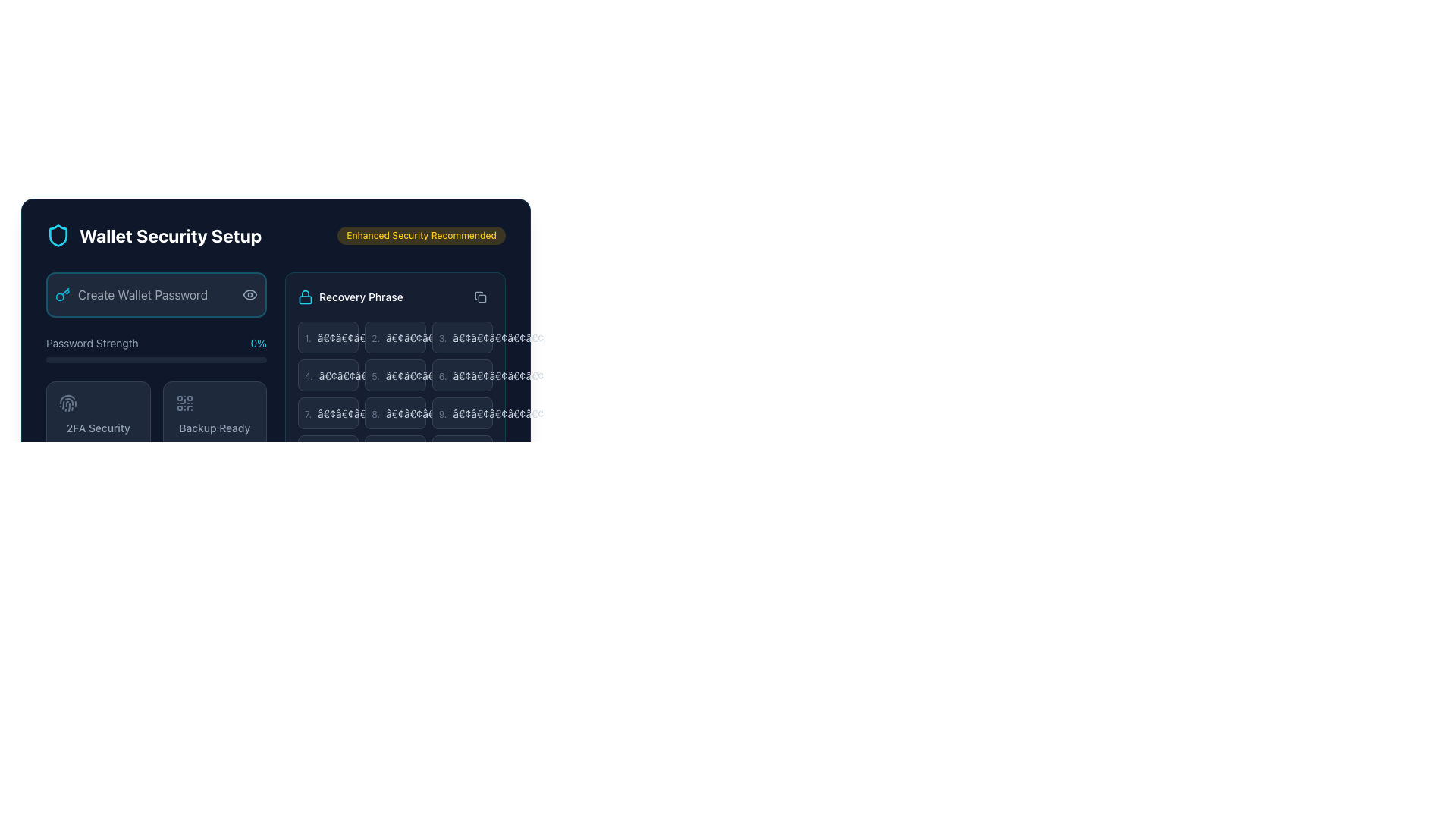 The height and width of the screenshot is (819, 1456). What do you see at coordinates (91, 343) in the screenshot?
I see `the text label displaying 'Password Strength', which is styled with a small font size and a muted slate color, located below the 'Create Wallet Password' input field` at bounding box center [91, 343].